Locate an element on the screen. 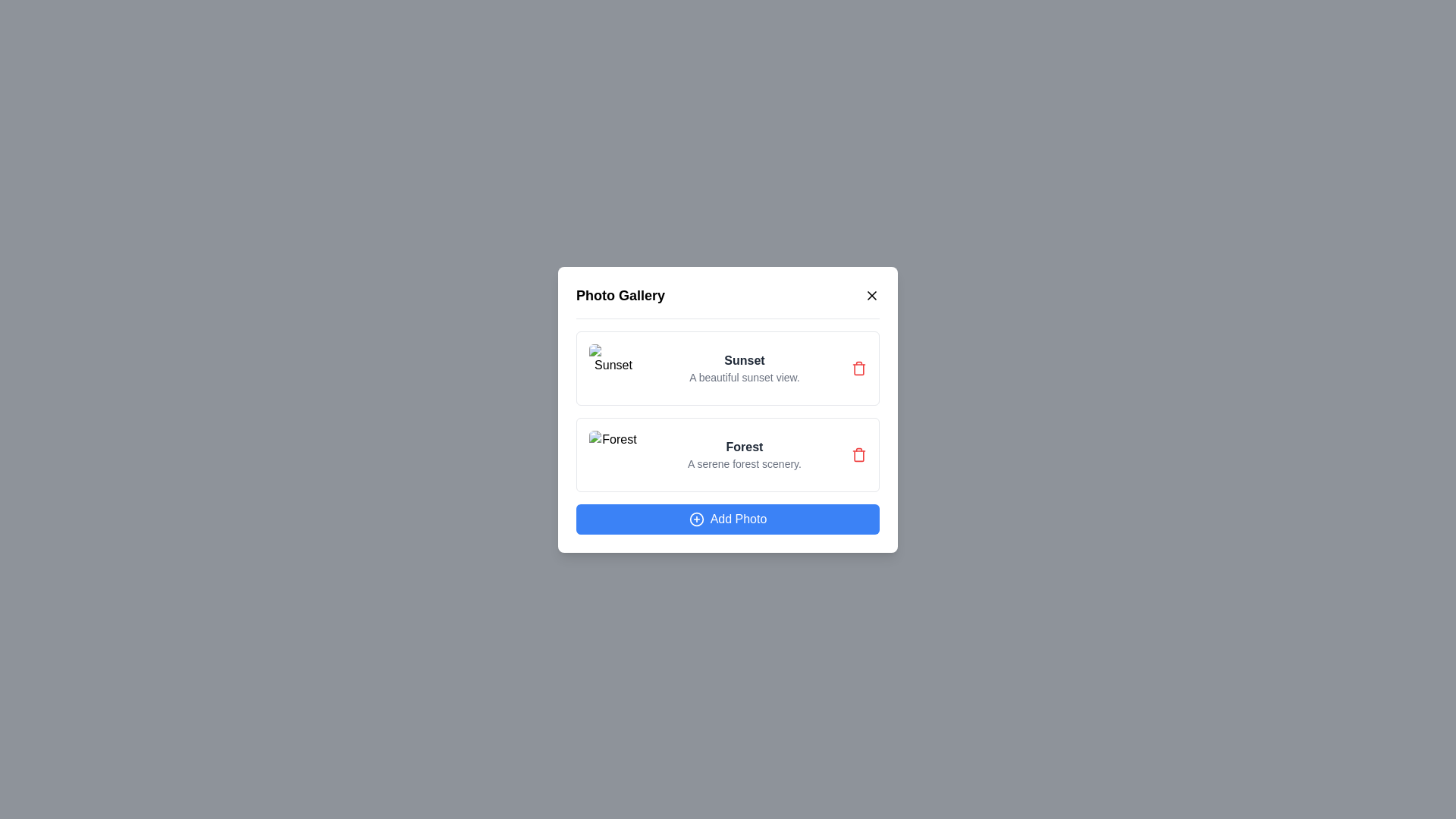  the textual label displaying 'Sunset', which is the first label in the photo gallery list, positioned to the right of the placeholder image icon is located at coordinates (745, 360).